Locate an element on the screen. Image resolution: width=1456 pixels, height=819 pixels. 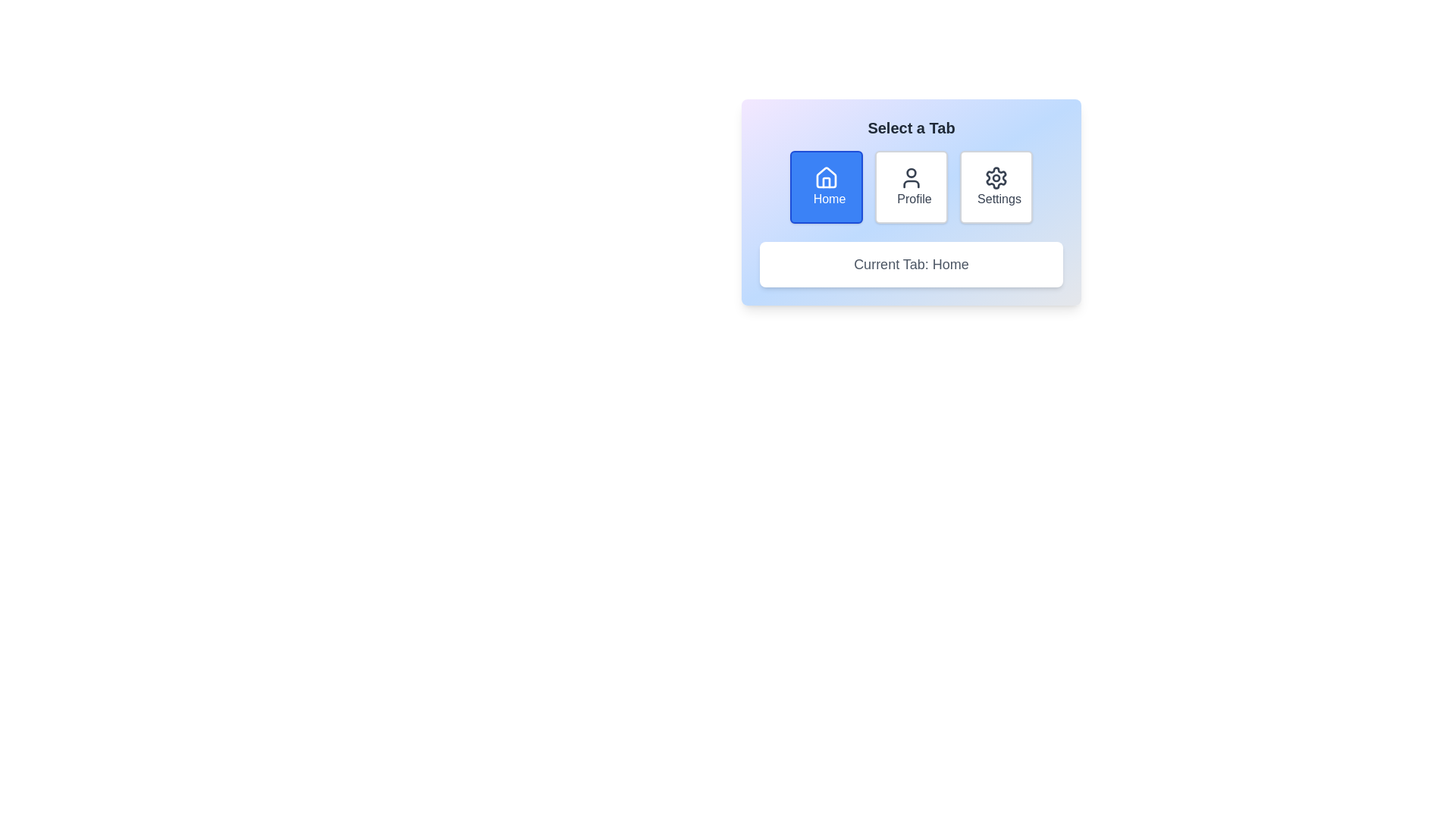
the user profile icon, which is a dark-colored human figure outline centrally placed within the 'Profile' button is located at coordinates (910, 177).